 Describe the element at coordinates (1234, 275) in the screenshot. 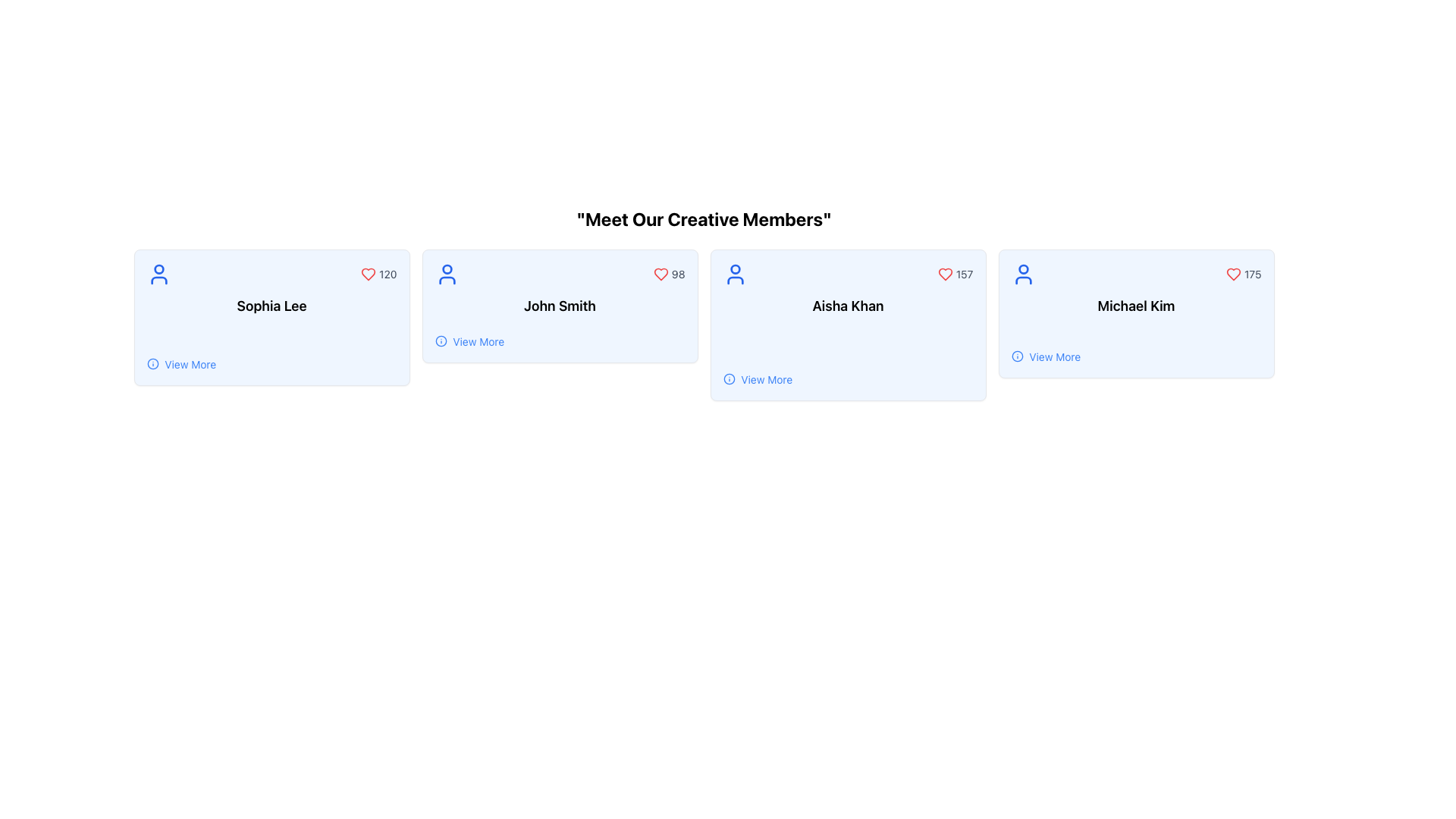

I see `the red heart-shaped icon, which is located to the left of the text '175' in the card labeled 'Michael Kim'` at that location.